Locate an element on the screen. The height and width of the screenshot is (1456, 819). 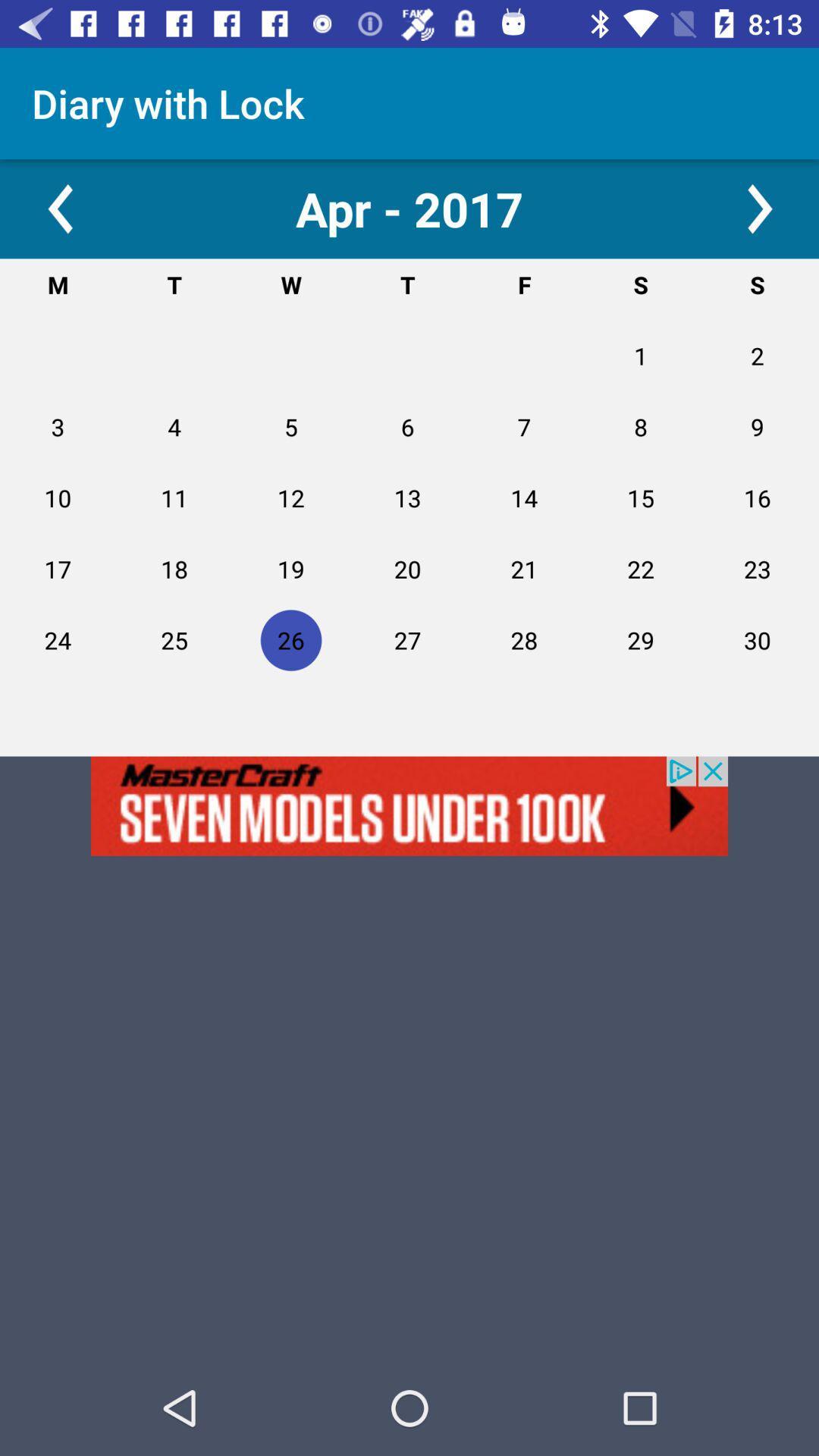
next month is located at coordinates (759, 208).